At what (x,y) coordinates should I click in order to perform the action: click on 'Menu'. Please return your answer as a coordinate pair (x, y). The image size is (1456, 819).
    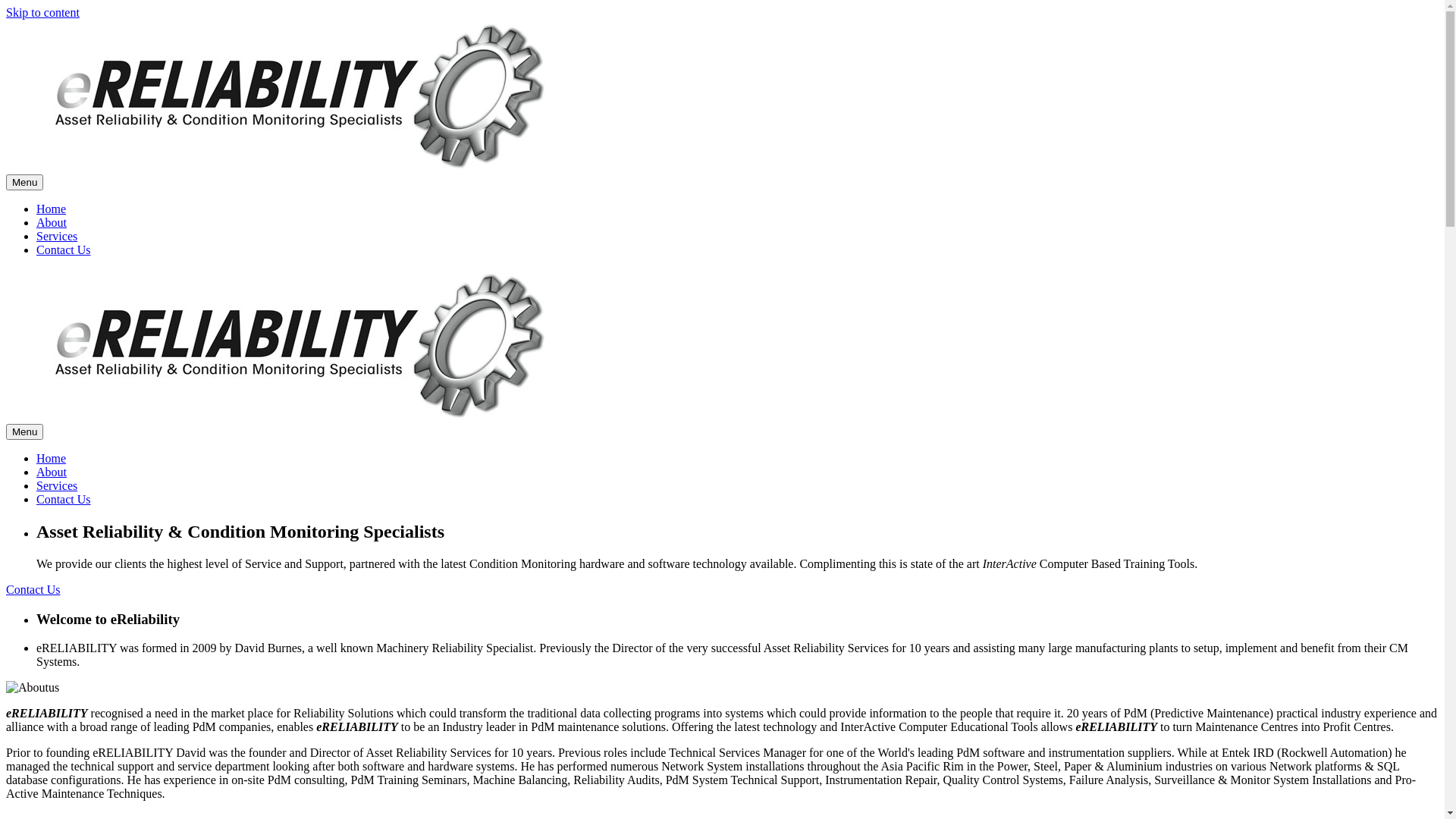
    Looking at the image, I should click on (24, 431).